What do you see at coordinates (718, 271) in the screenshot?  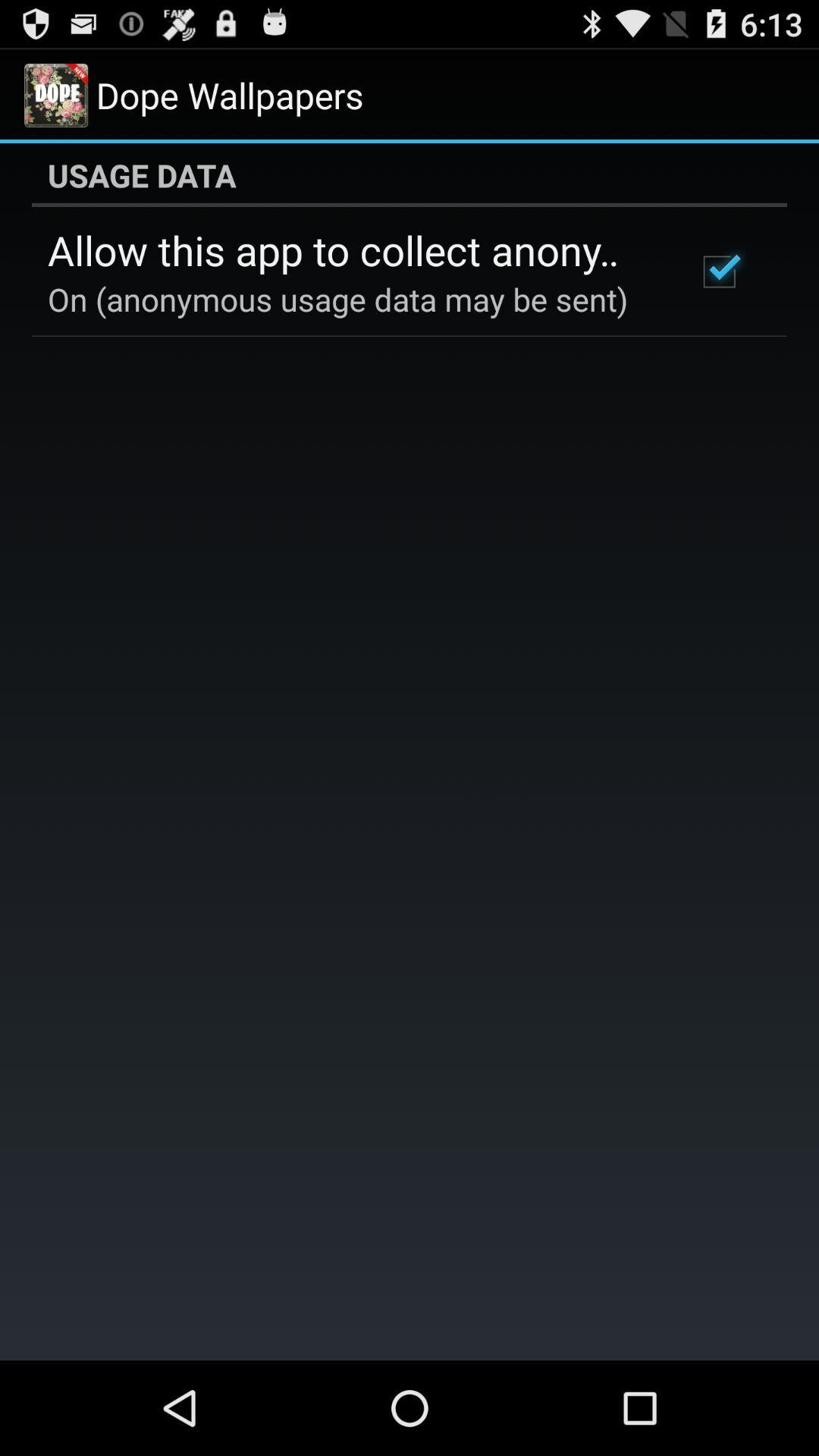 I see `the app next to the allow this app app` at bounding box center [718, 271].